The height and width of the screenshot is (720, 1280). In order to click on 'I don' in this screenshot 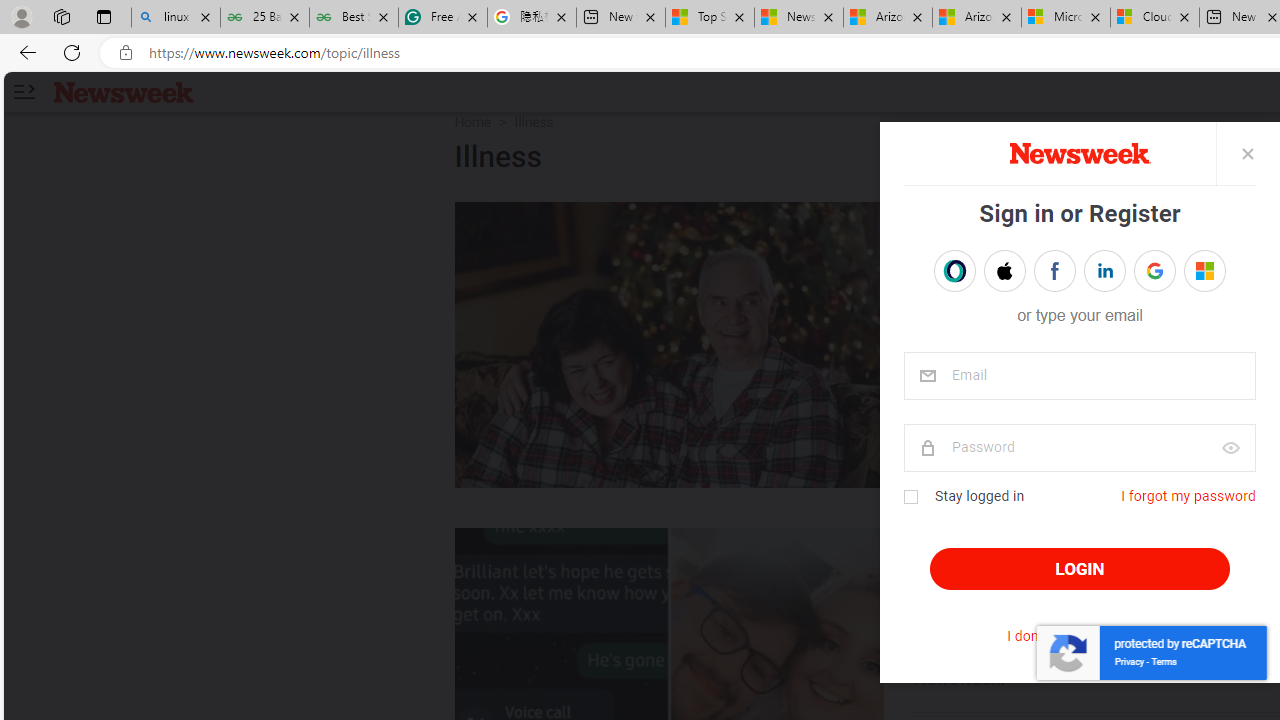, I will do `click(1078, 636)`.